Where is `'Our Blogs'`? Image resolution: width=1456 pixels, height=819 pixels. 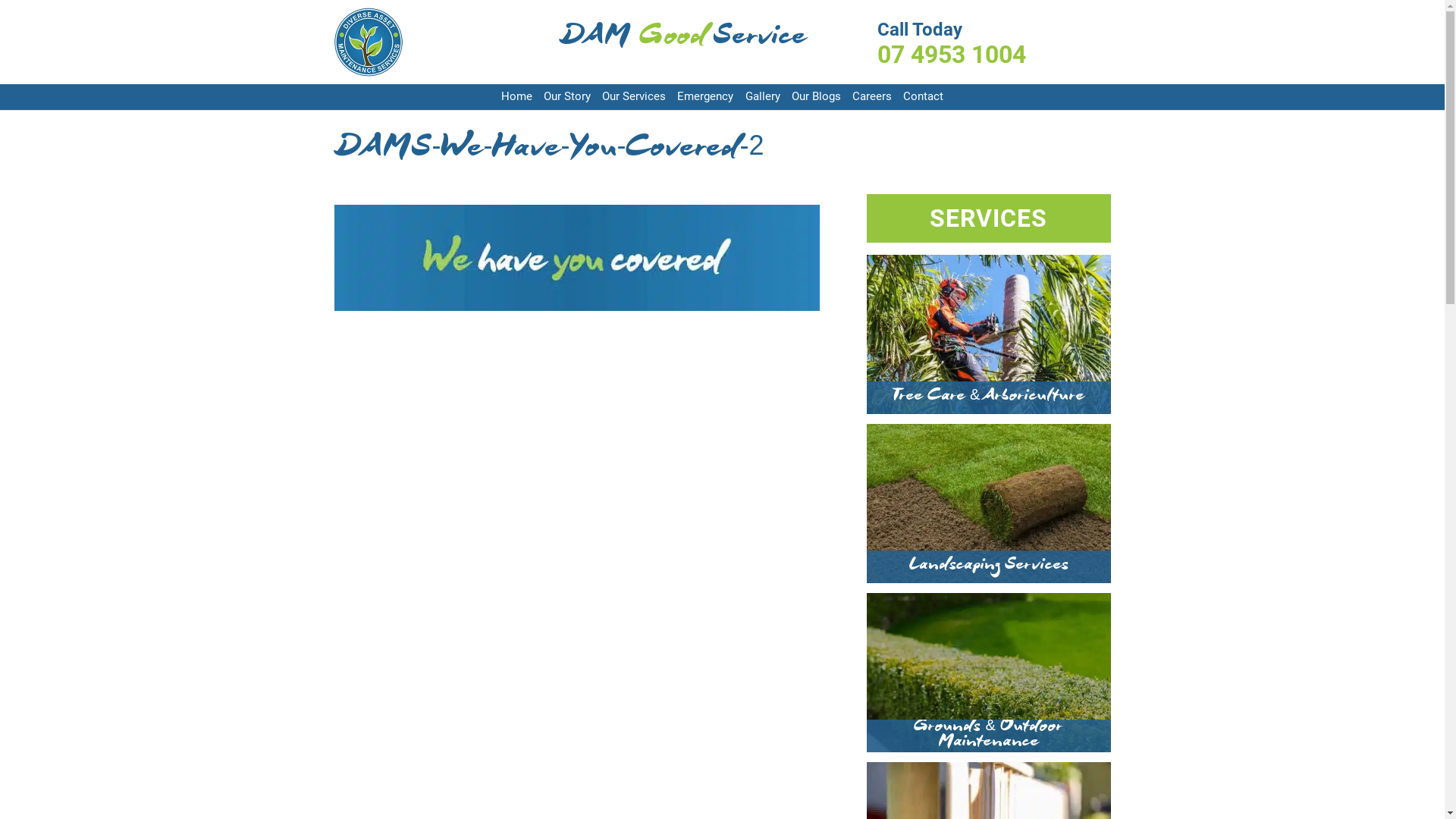
'Our Blogs' is located at coordinates (815, 97).